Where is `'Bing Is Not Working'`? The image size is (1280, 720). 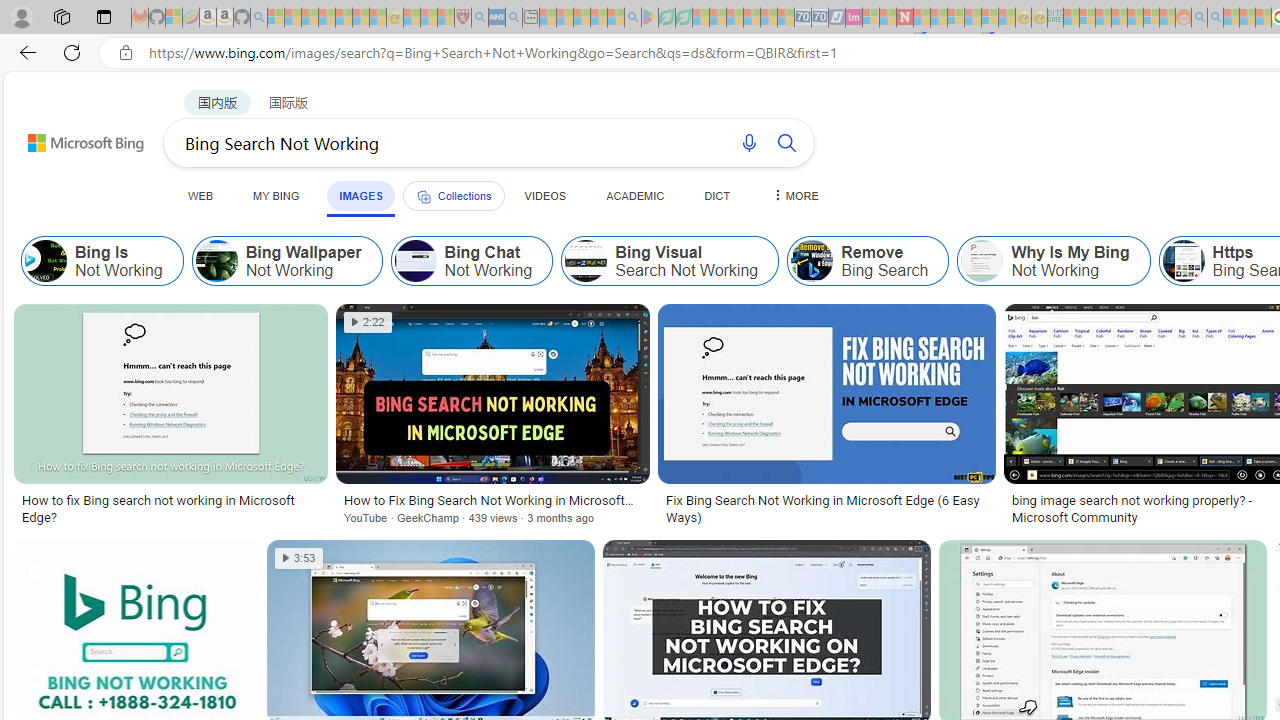 'Bing Is Not Working' is located at coordinates (46, 260).